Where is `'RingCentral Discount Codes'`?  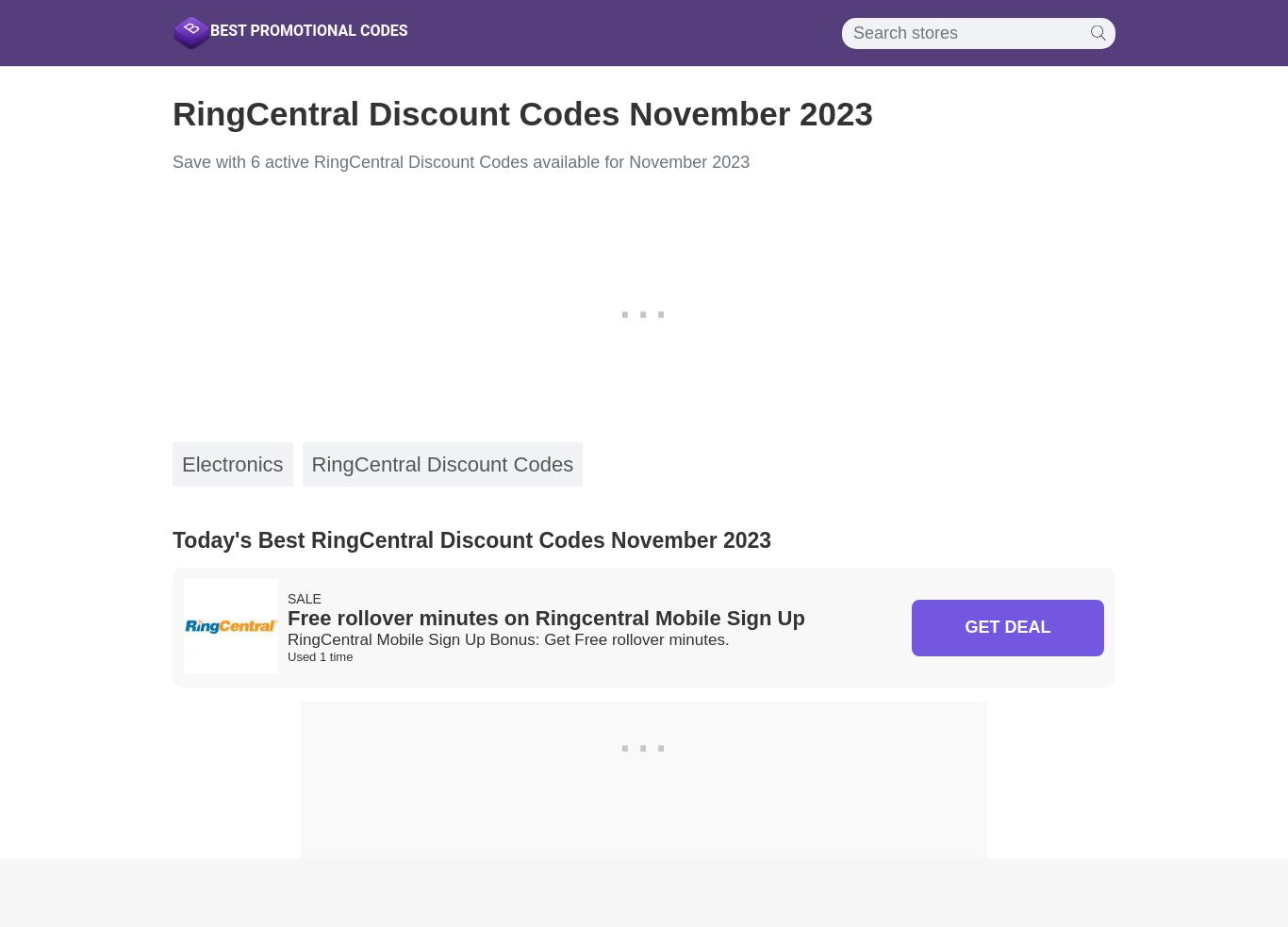 'RingCentral Discount Codes' is located at coordinates (441, 463).